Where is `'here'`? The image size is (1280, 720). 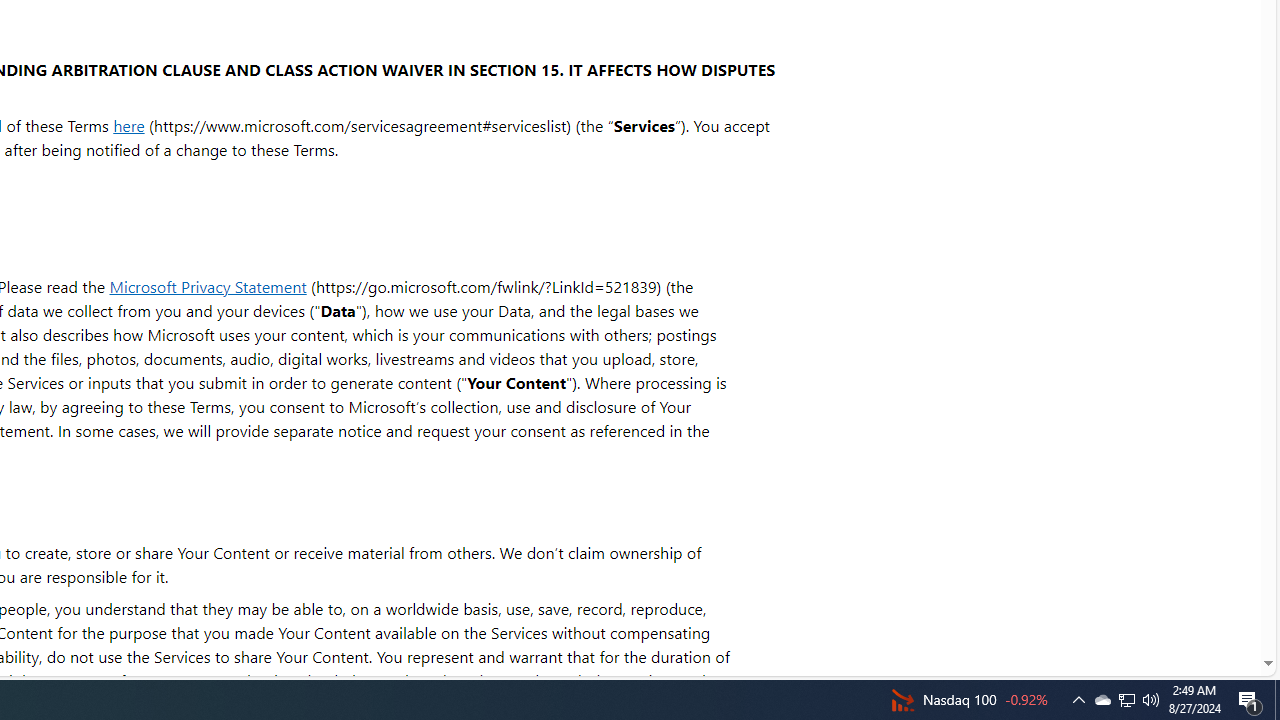
'here' is located at coordinates (127, 124).